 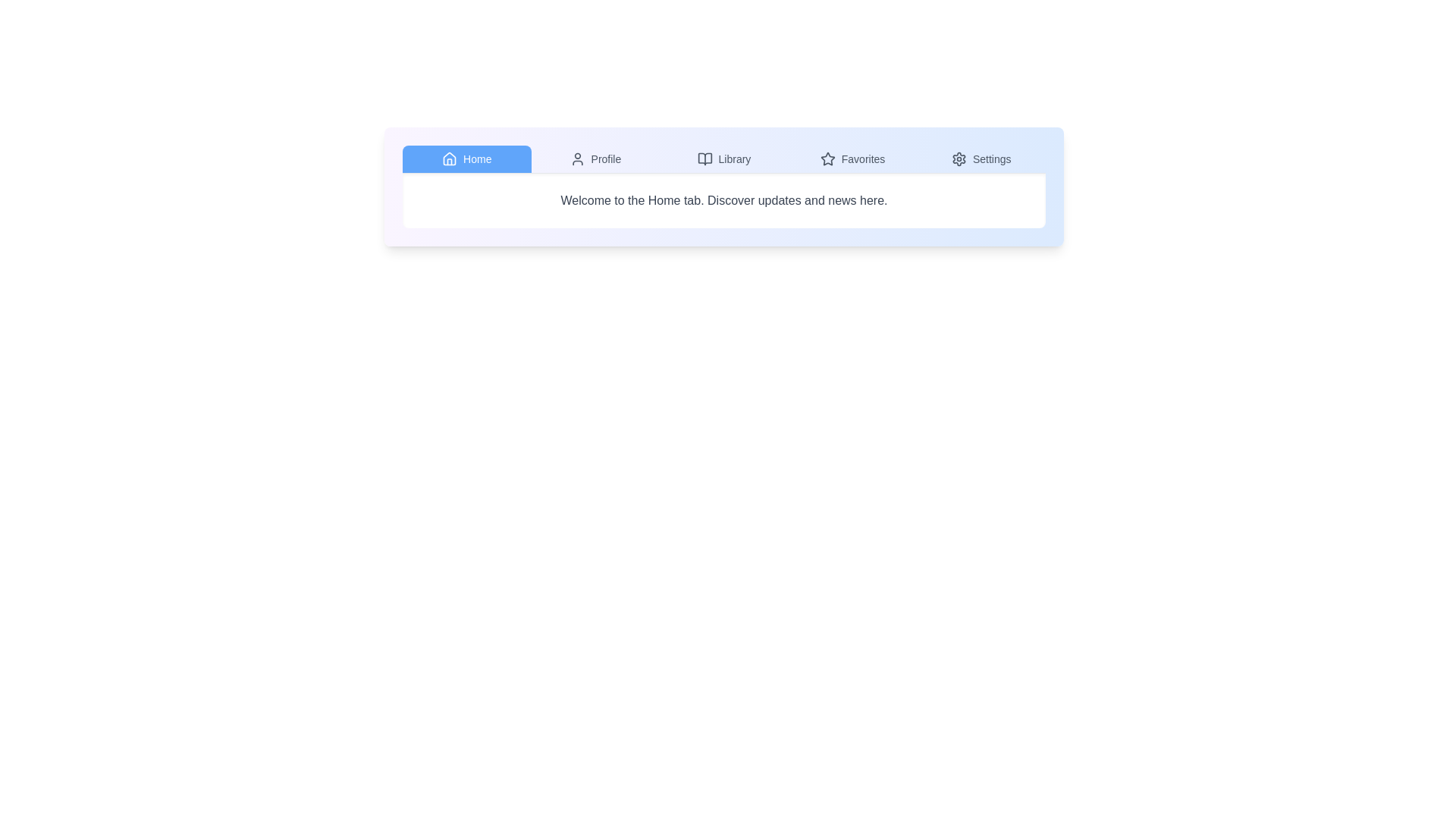 What do you see at coordinates (958, 158) in the screenshot?
I see `the gear-shaped icon in the top navigation bar, which is adjacent to the 'Settings' label, indicating its association with settings functionality` at bounding box center [958, 158].